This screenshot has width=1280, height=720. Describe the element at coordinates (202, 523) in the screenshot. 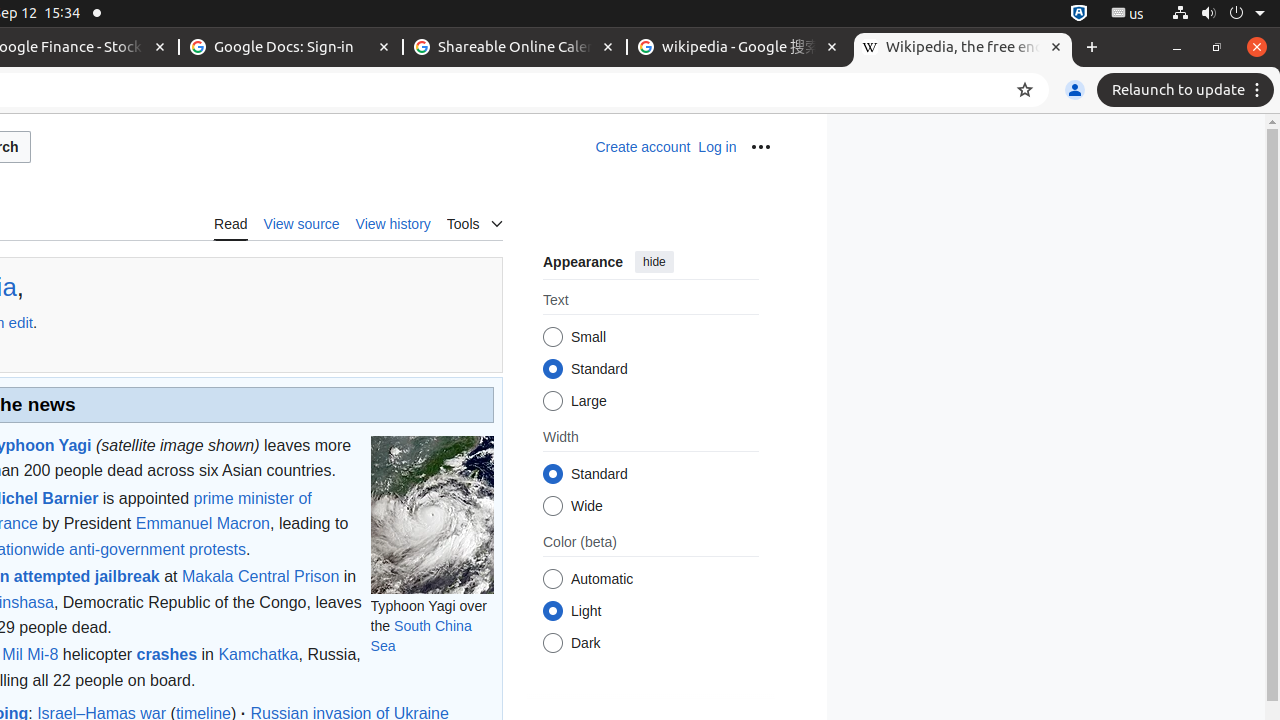

I see `'Emmanuel Macron'` at that location.